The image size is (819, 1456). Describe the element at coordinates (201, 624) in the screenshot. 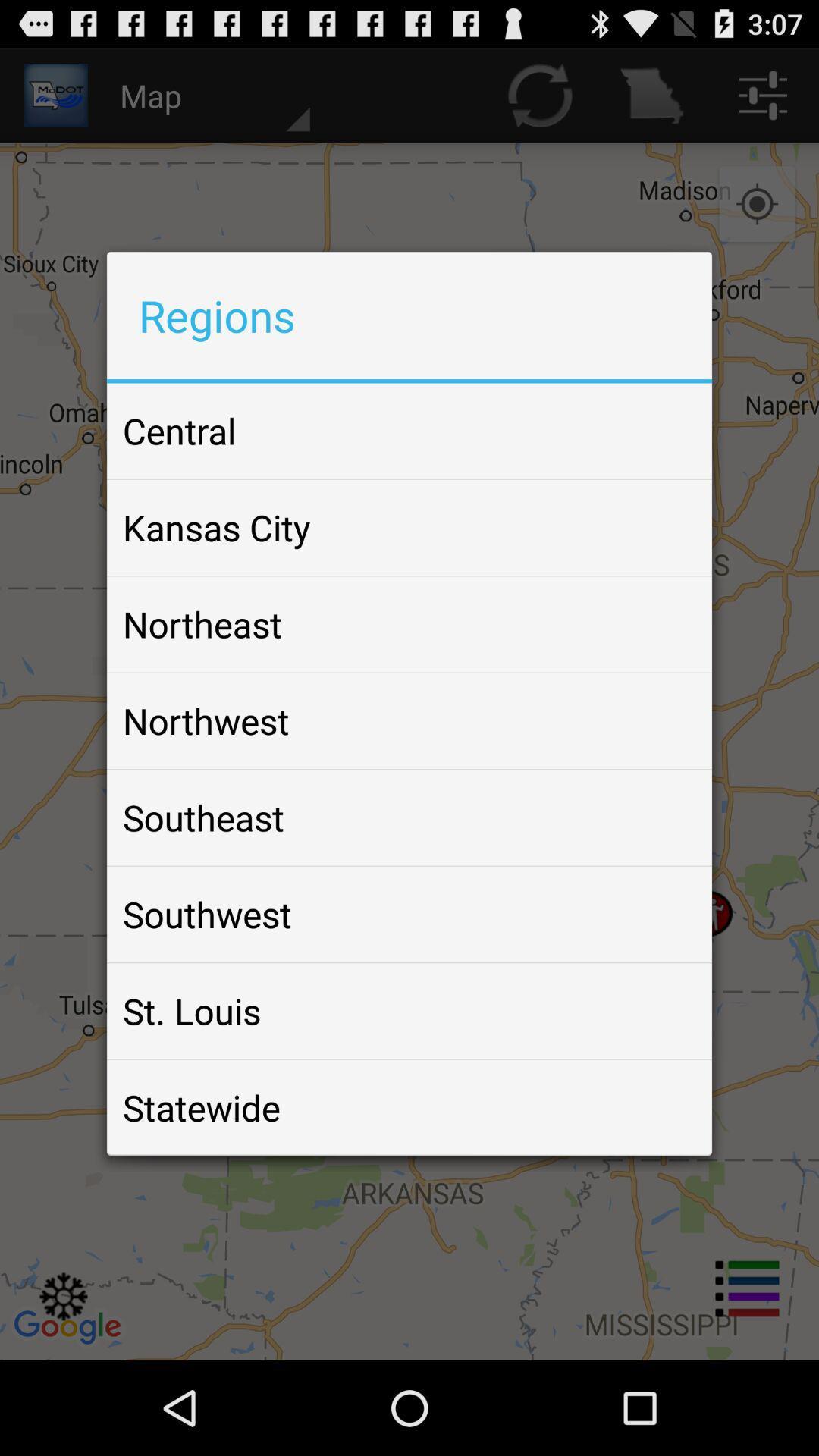

I see `northeast item` at that location.